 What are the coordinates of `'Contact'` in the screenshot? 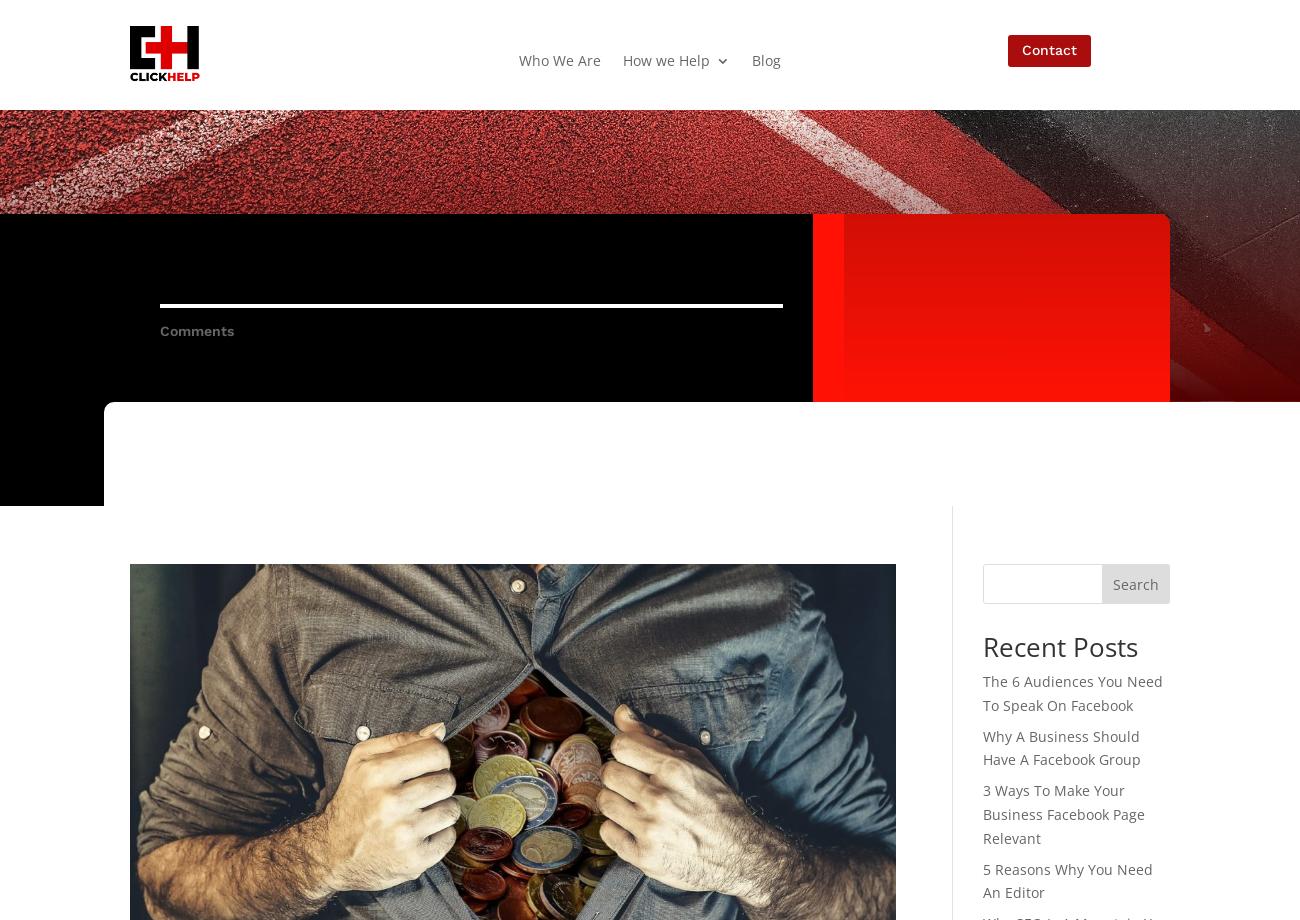 It's located at (1048, 49).